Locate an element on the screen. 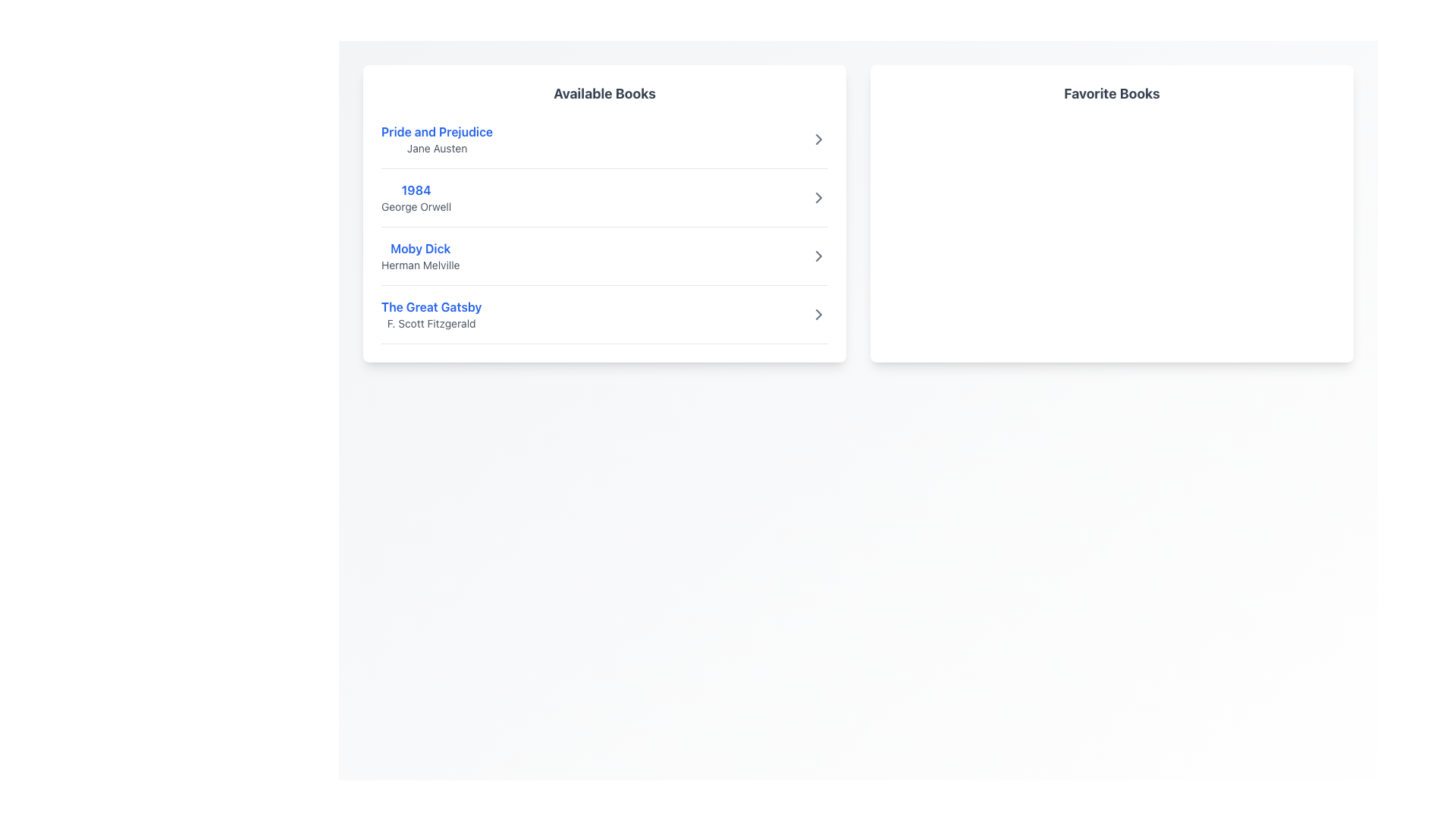  the text element displaying the title 'Pride and Prejudice' in a bold blue font, located at the top of the list of book titles within the 'Available Books' card is located at coordinates (436, 130).